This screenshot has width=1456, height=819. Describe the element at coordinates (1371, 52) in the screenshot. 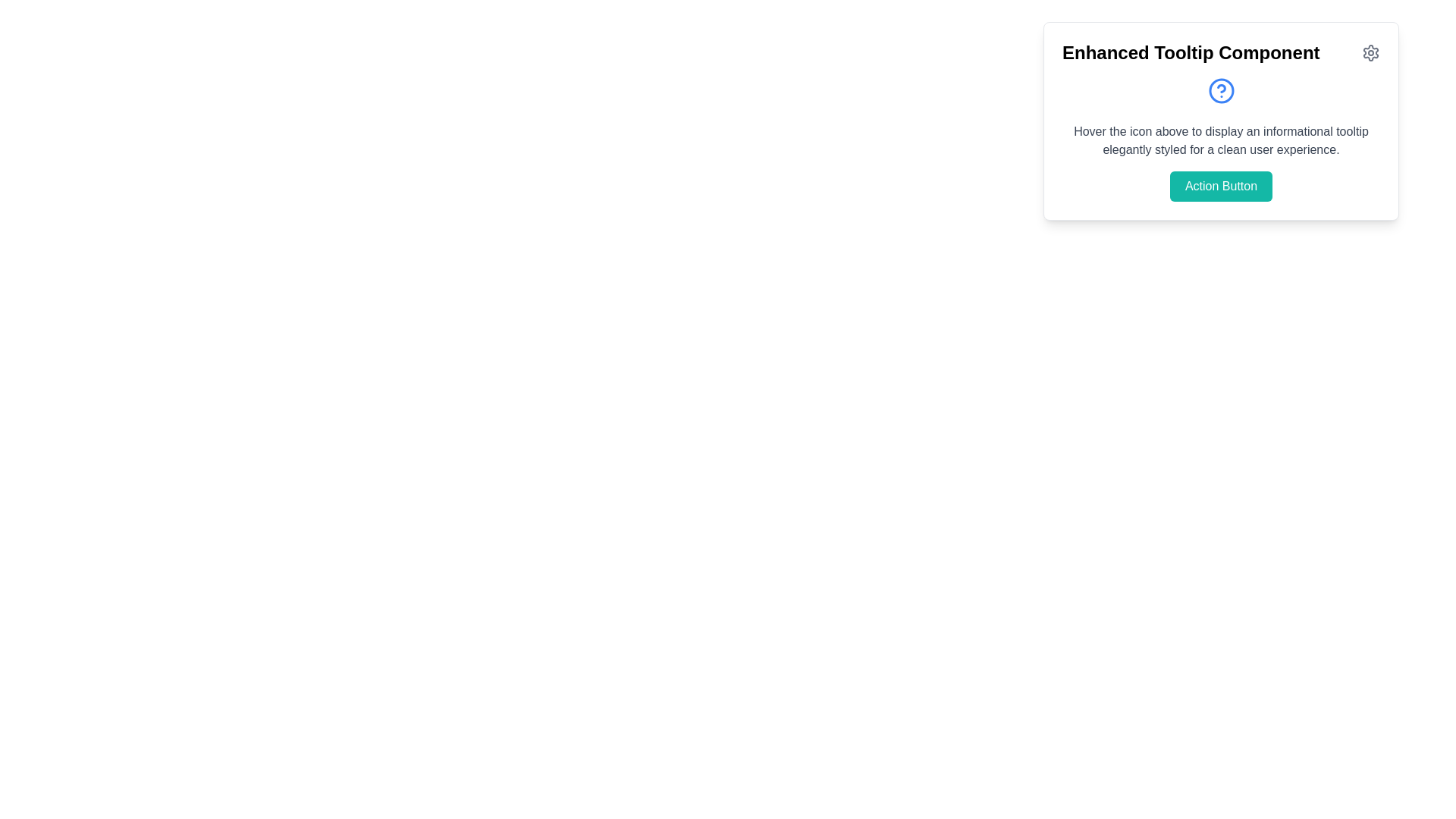

I see `the settings icon located at the top-right corner of the 'Enhanced Tooltip Component' card to interact with it` at that location.